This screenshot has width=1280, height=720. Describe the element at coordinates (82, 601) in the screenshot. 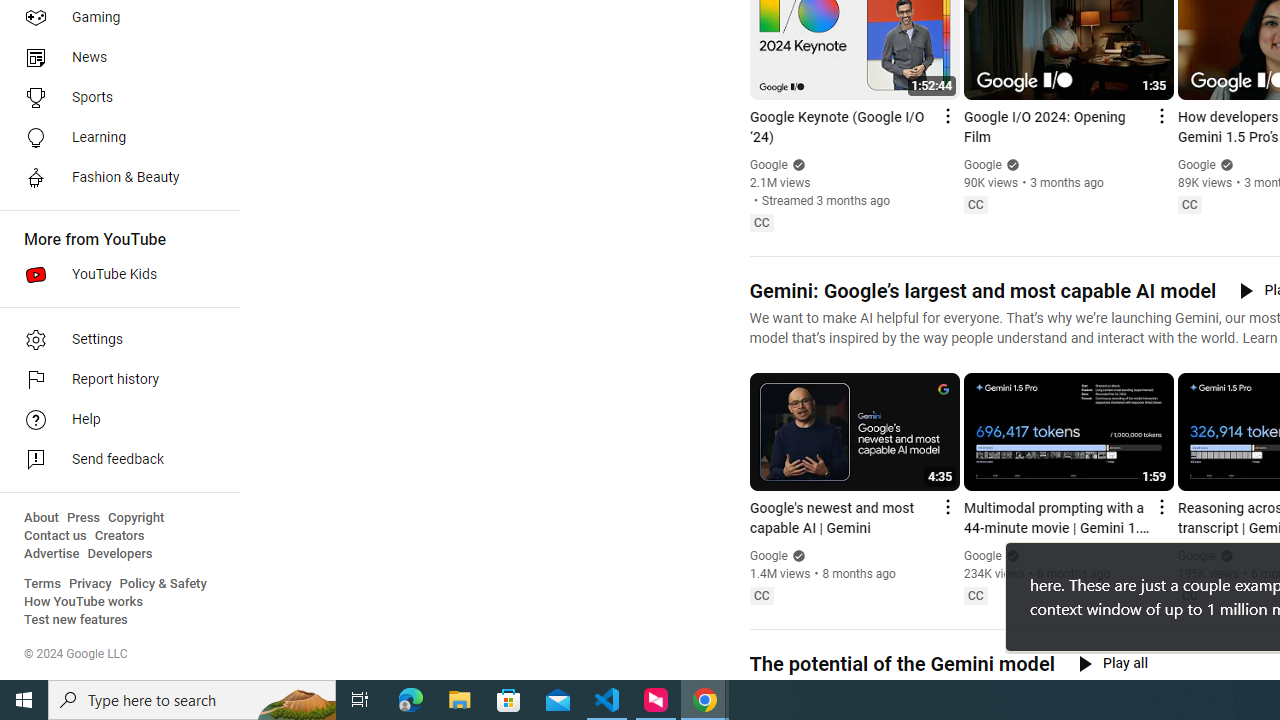

I see `'How YouTube works'` at that location.